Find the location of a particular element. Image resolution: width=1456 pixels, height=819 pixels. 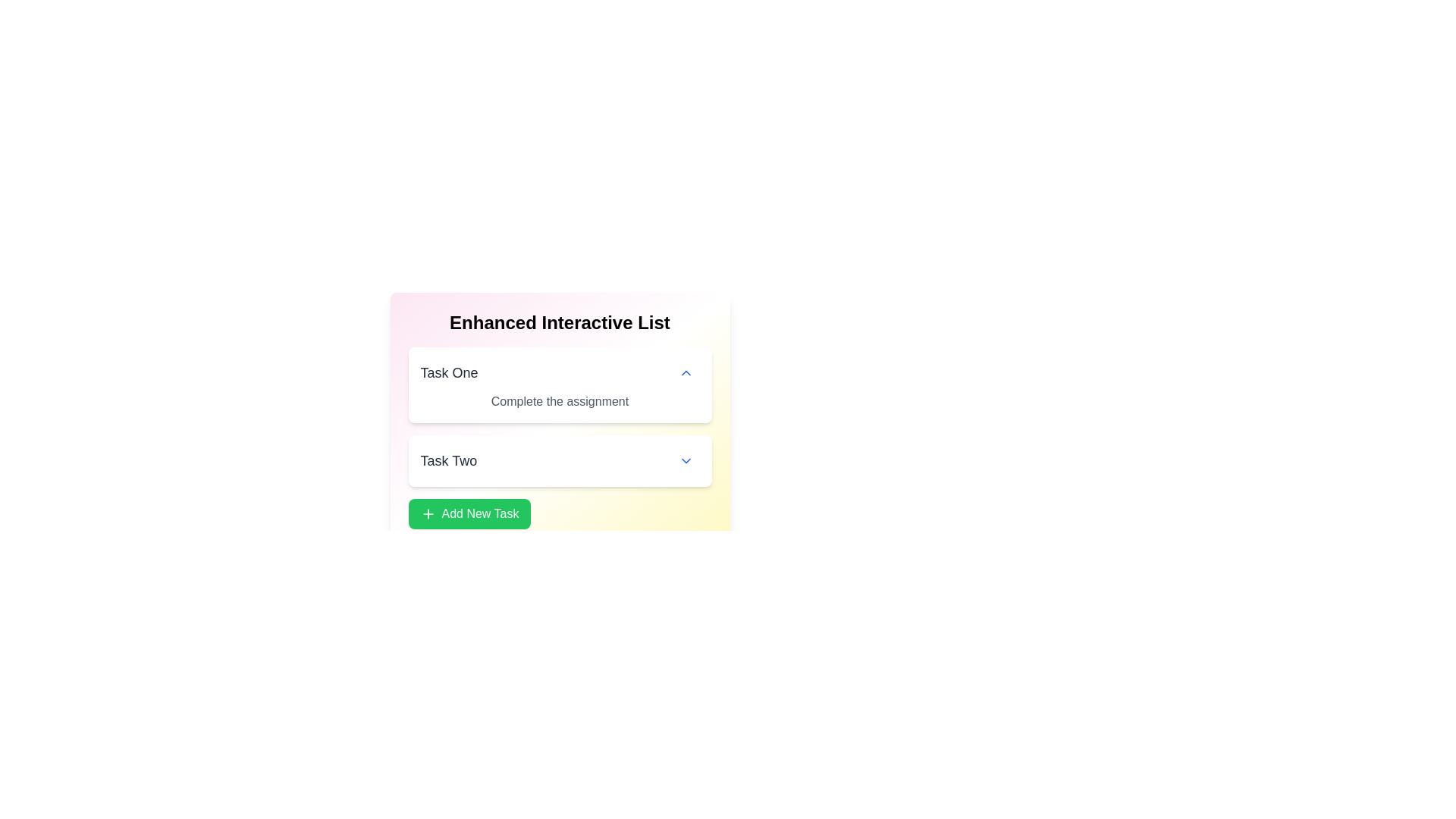

'Add New Task' button to add a new task to the list is located at coordinates (469, 513).